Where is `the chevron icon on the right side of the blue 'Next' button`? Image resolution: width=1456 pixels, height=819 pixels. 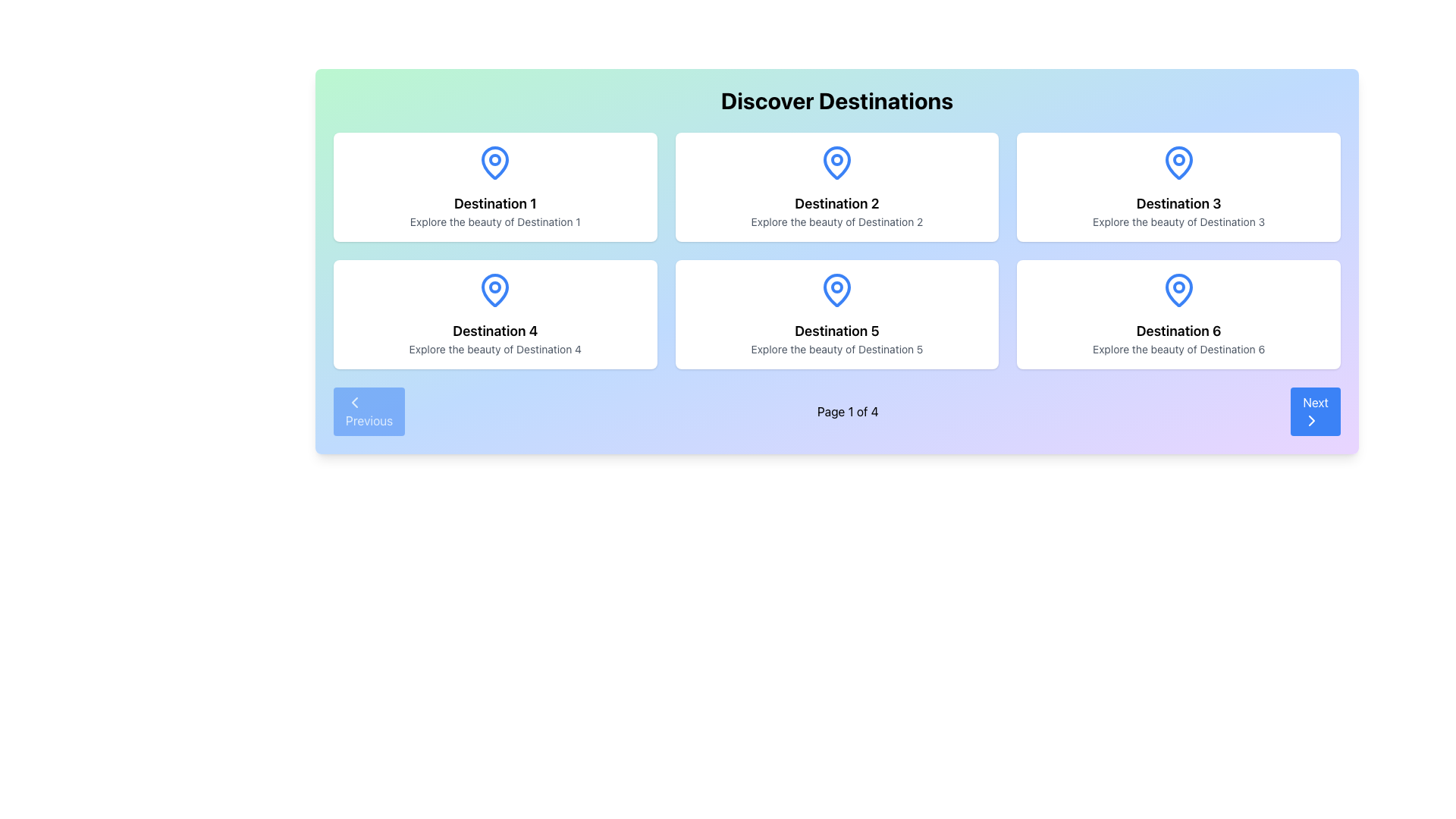 the chevron icon on the right side of the blue 'Next' button is located at coordinates (1311, 421).